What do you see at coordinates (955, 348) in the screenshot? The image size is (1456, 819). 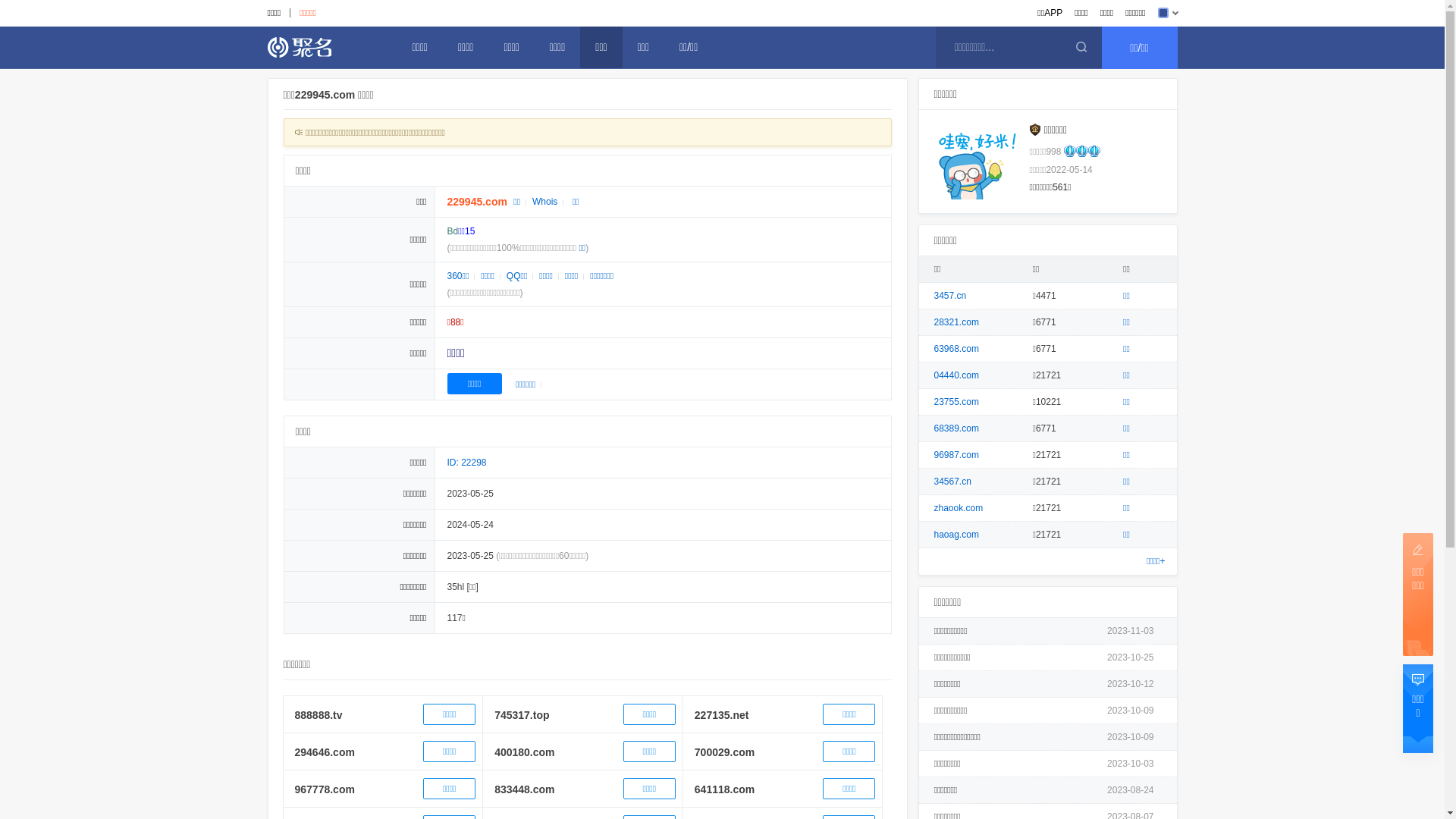 I see `'63968.com'` at bounding box center [955, 348].